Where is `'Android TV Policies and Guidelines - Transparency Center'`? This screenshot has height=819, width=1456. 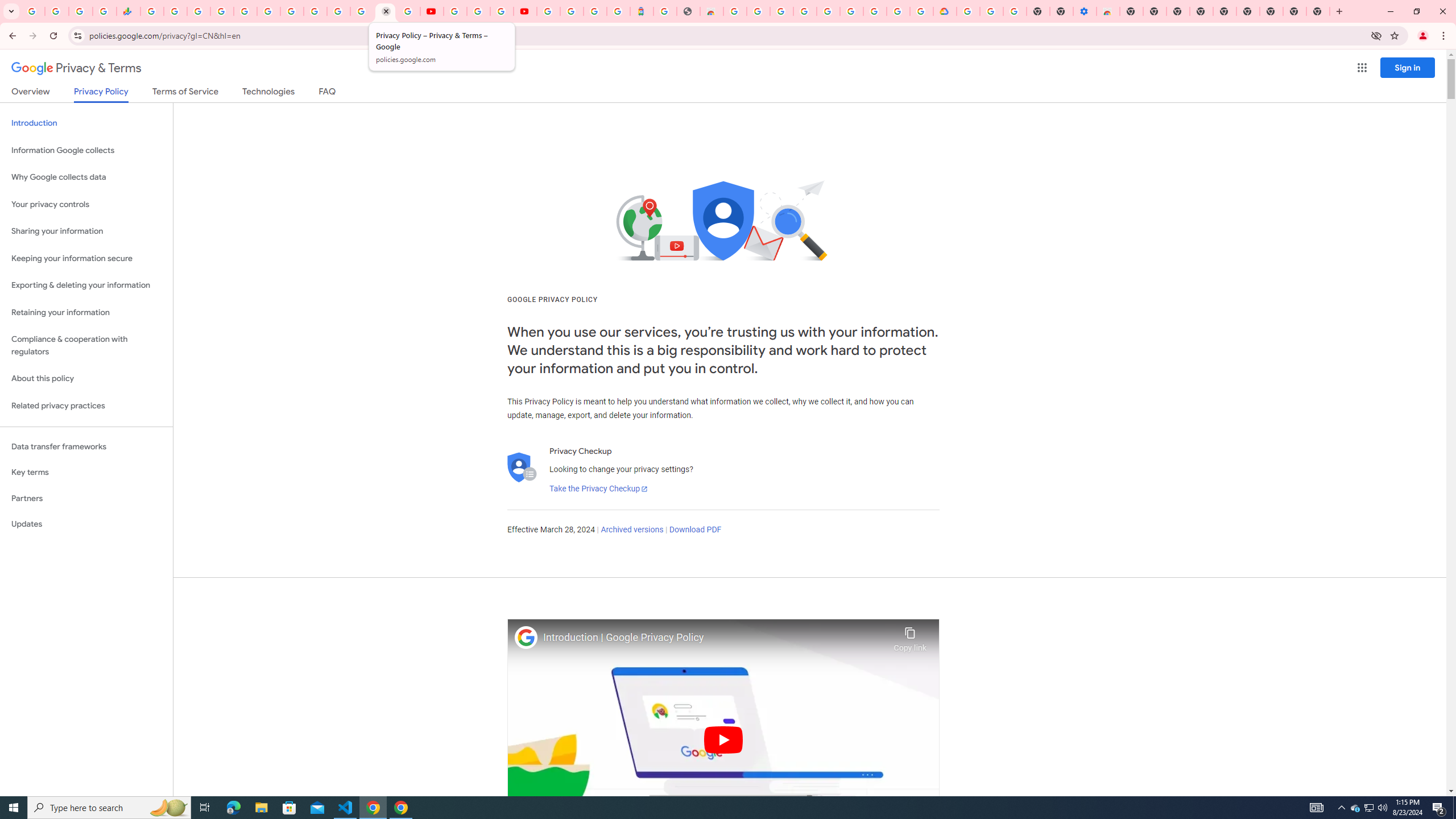
'Android TV Policies and Guidelines - Transparency Center' is located at coordinates (292, 11).